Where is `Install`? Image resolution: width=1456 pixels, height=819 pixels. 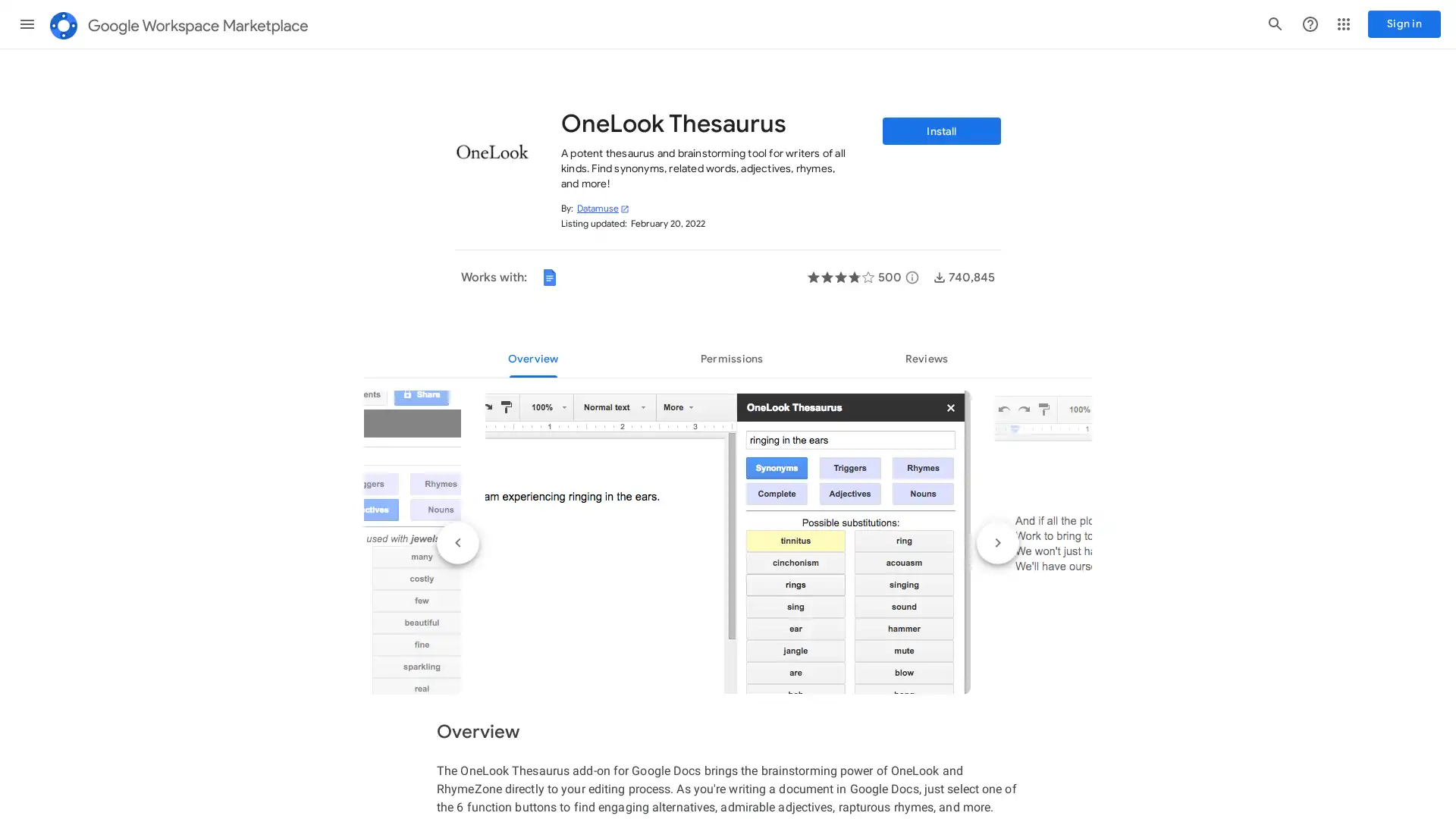
Install is located at coordinates (1047, 130).